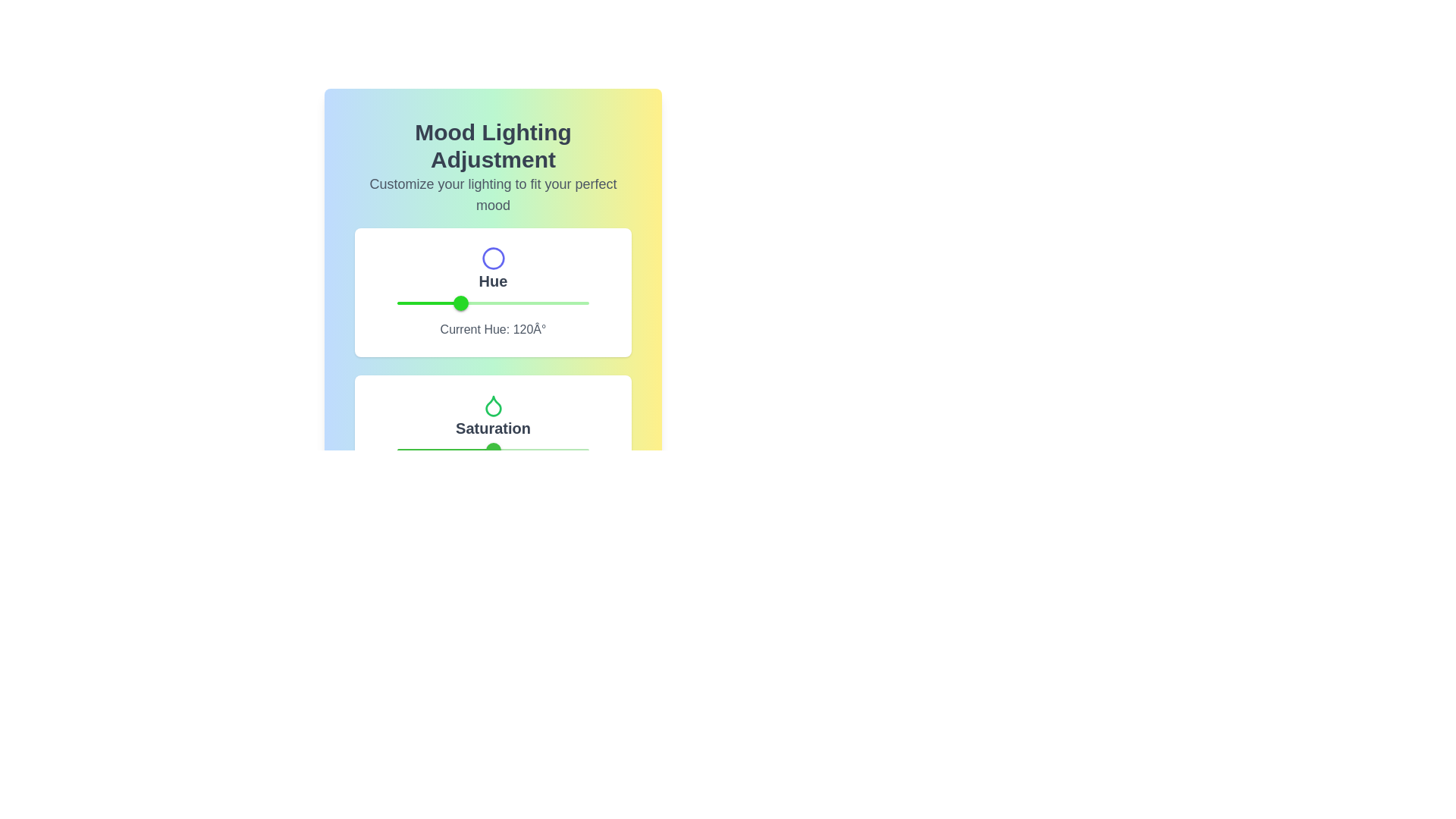  Describe the element at coordinates (428, 450) in the screenshot. I see `the slider` at that location.